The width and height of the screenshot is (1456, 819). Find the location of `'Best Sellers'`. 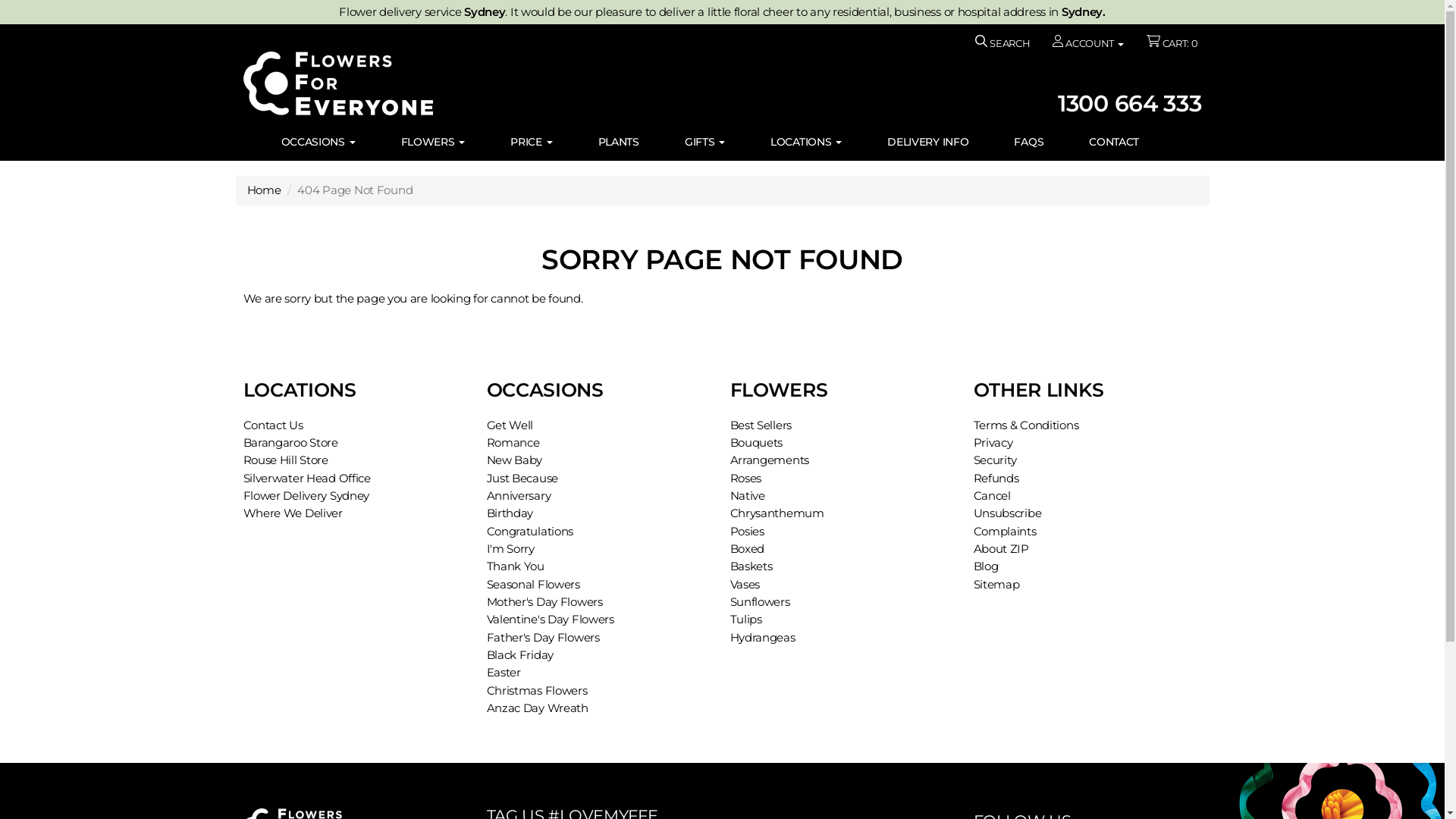

'Best Sellers' is located at coordinates (761, 425).